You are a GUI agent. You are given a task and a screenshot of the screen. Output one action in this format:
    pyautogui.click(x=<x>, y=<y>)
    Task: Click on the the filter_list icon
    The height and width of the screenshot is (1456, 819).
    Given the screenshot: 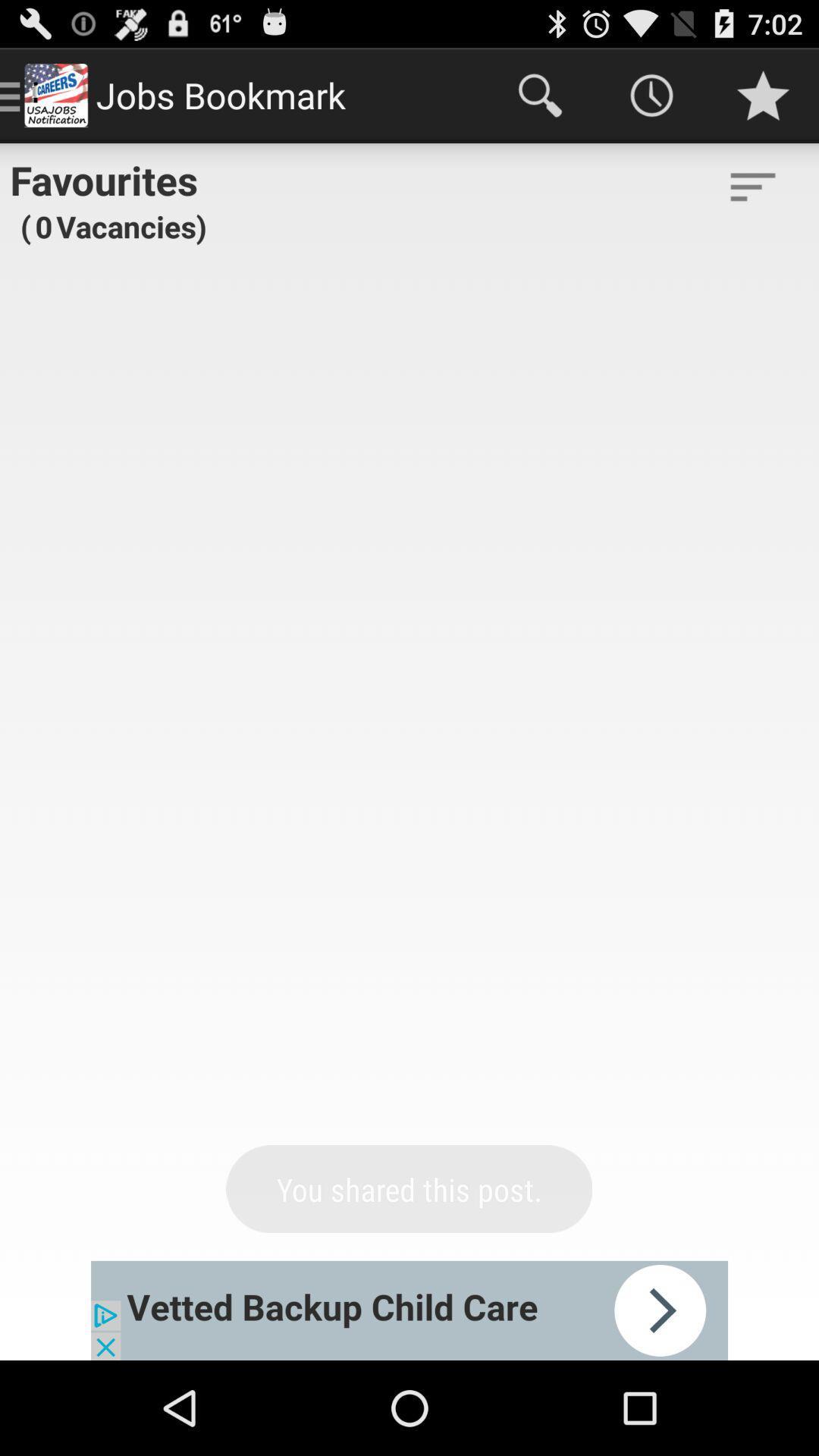 What is the action you would take?
    pyautogui.click(x=752, y=190)
    